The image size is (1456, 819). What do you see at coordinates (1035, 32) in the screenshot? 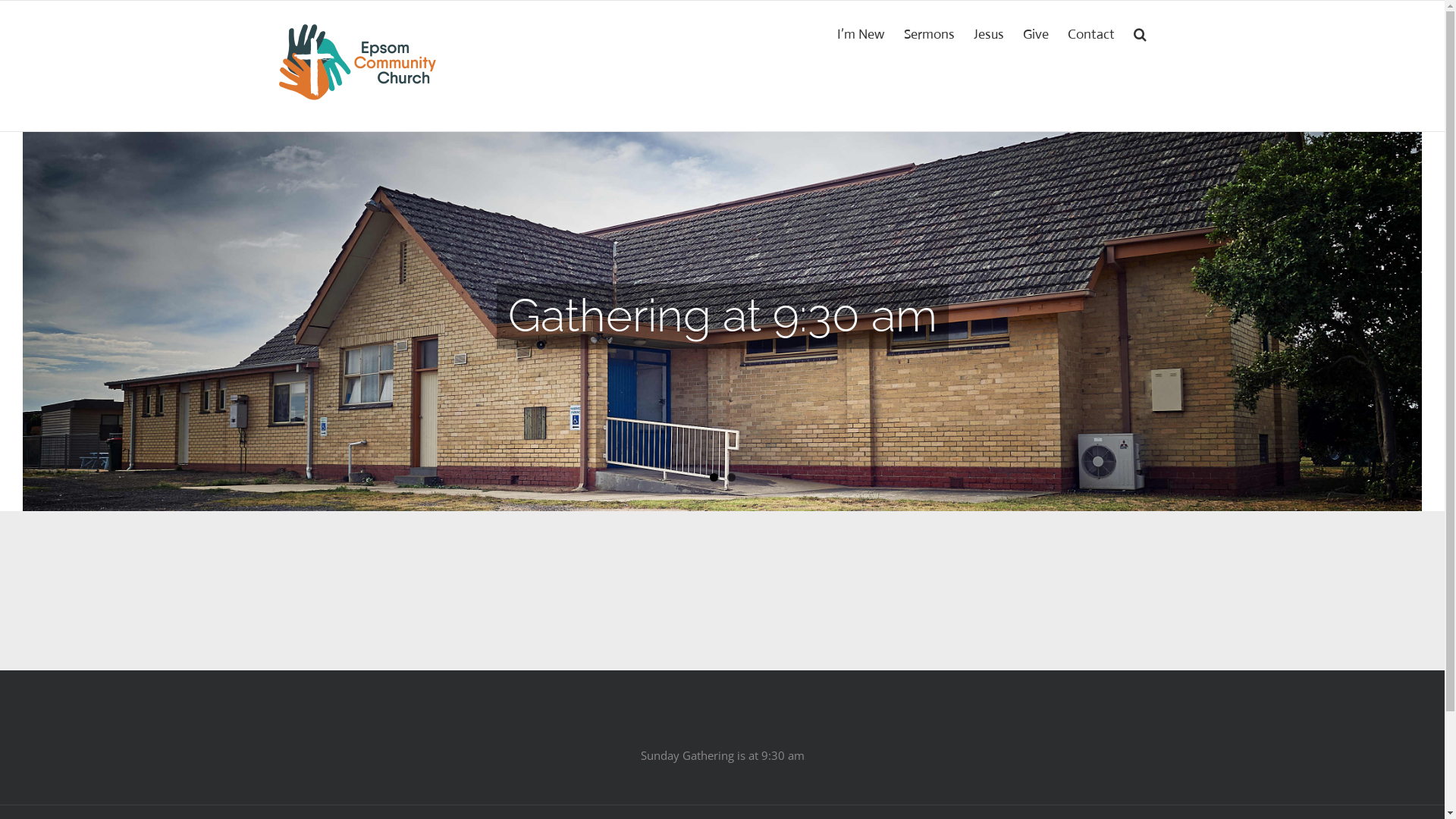
I see `'Give'` at bounding box center [1035, 32].